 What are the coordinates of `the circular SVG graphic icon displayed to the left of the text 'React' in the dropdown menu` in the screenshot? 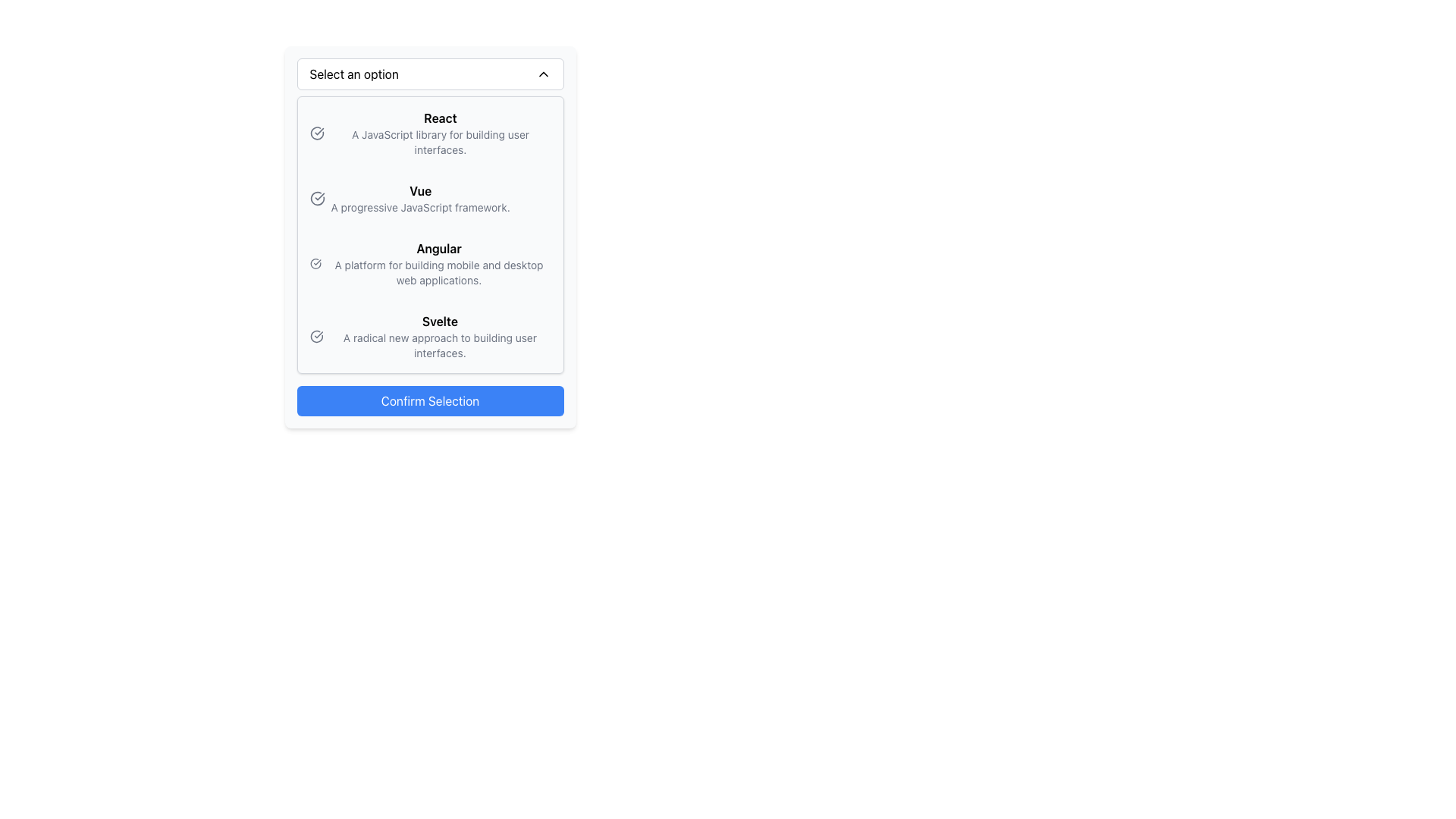 It's located at (315, 131).